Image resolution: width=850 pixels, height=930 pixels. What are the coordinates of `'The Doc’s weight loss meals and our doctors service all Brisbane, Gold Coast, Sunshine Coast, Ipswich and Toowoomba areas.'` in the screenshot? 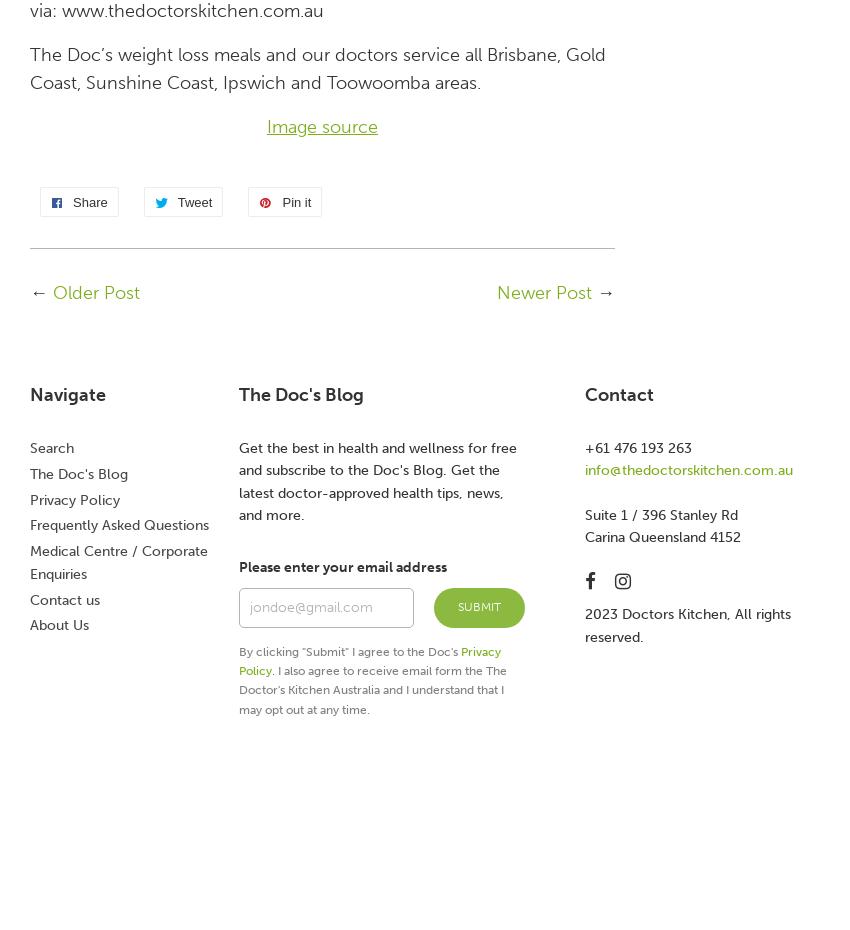 It's located at (317, 67).